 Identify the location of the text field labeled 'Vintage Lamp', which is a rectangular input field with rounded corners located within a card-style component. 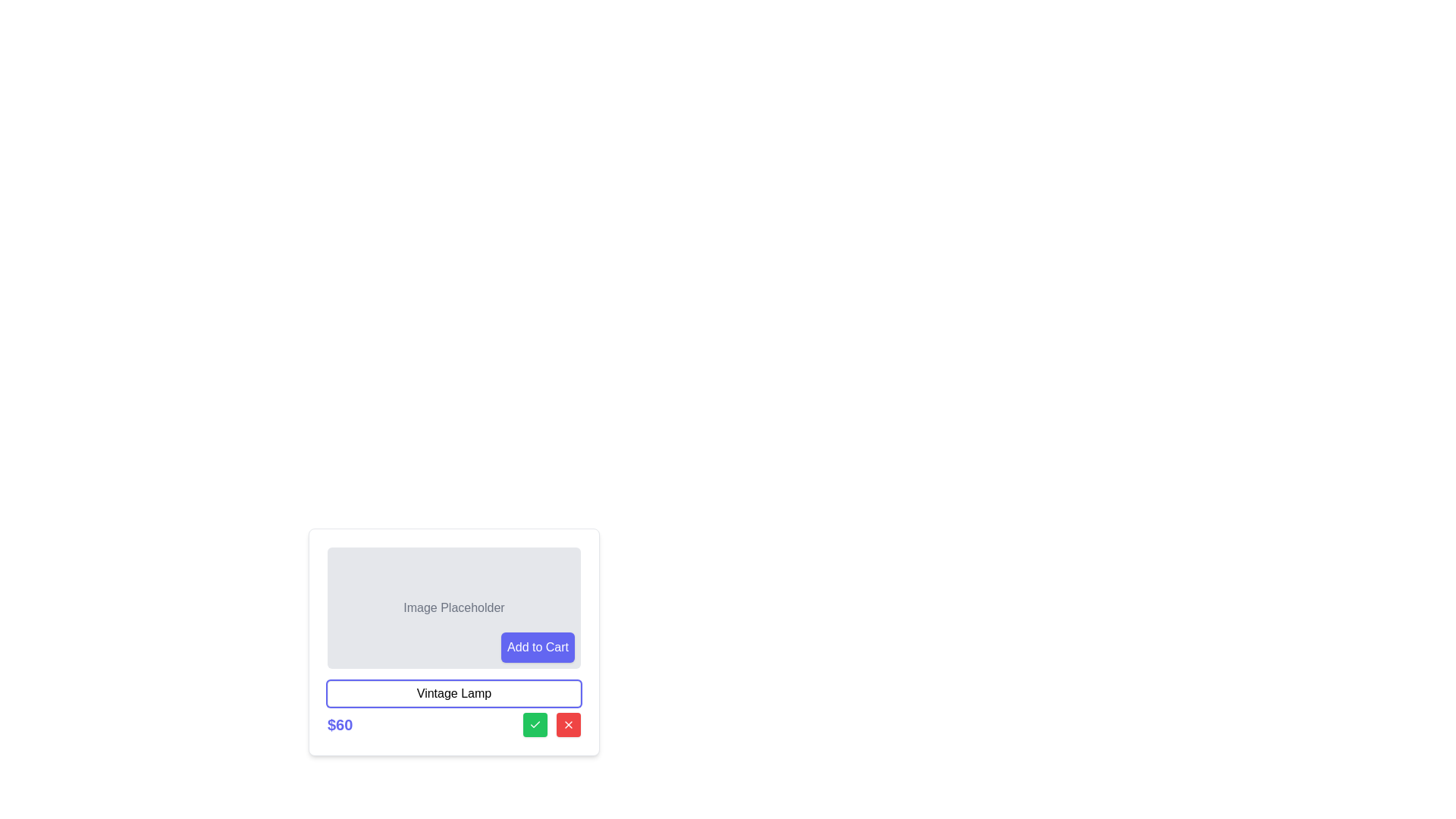
(453, 693).